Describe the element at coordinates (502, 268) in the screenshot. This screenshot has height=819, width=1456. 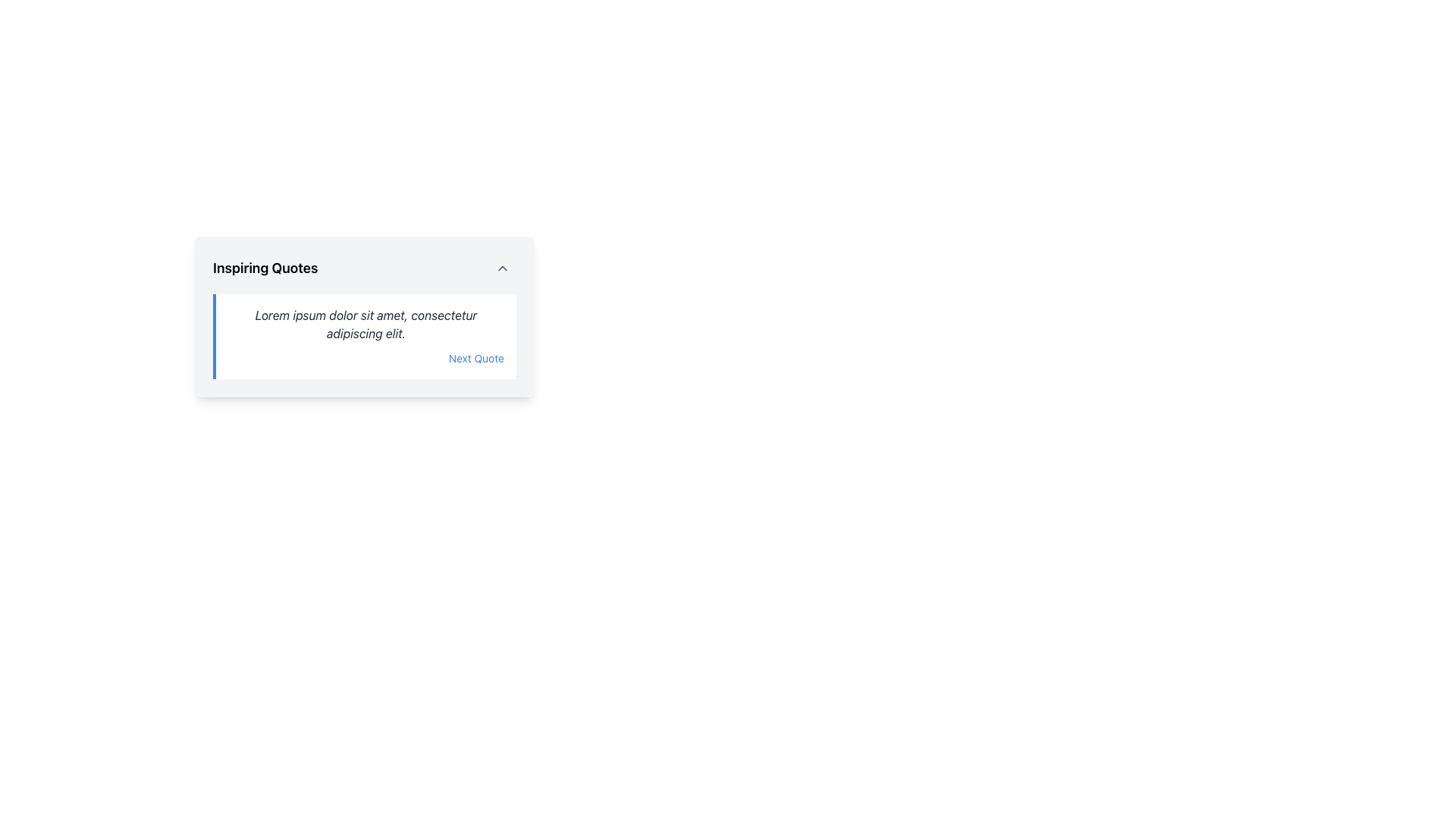
I see `the upward-pointing chevron icon button located at the top-right corner of the 'Inspiring Quotes' card for visual feedback` at that location.